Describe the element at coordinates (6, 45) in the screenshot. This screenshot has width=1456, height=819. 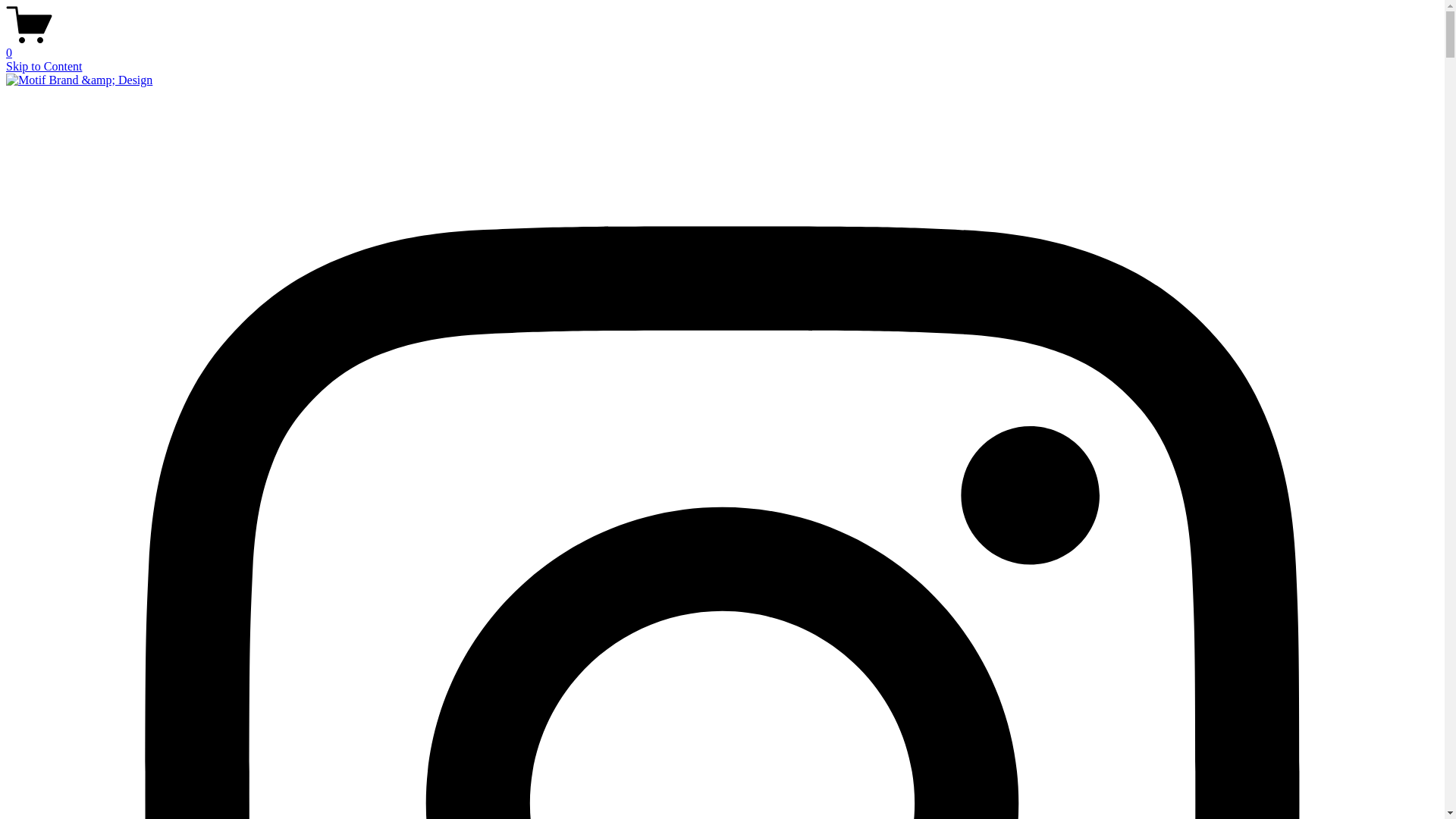
I see `'0'` at that location.